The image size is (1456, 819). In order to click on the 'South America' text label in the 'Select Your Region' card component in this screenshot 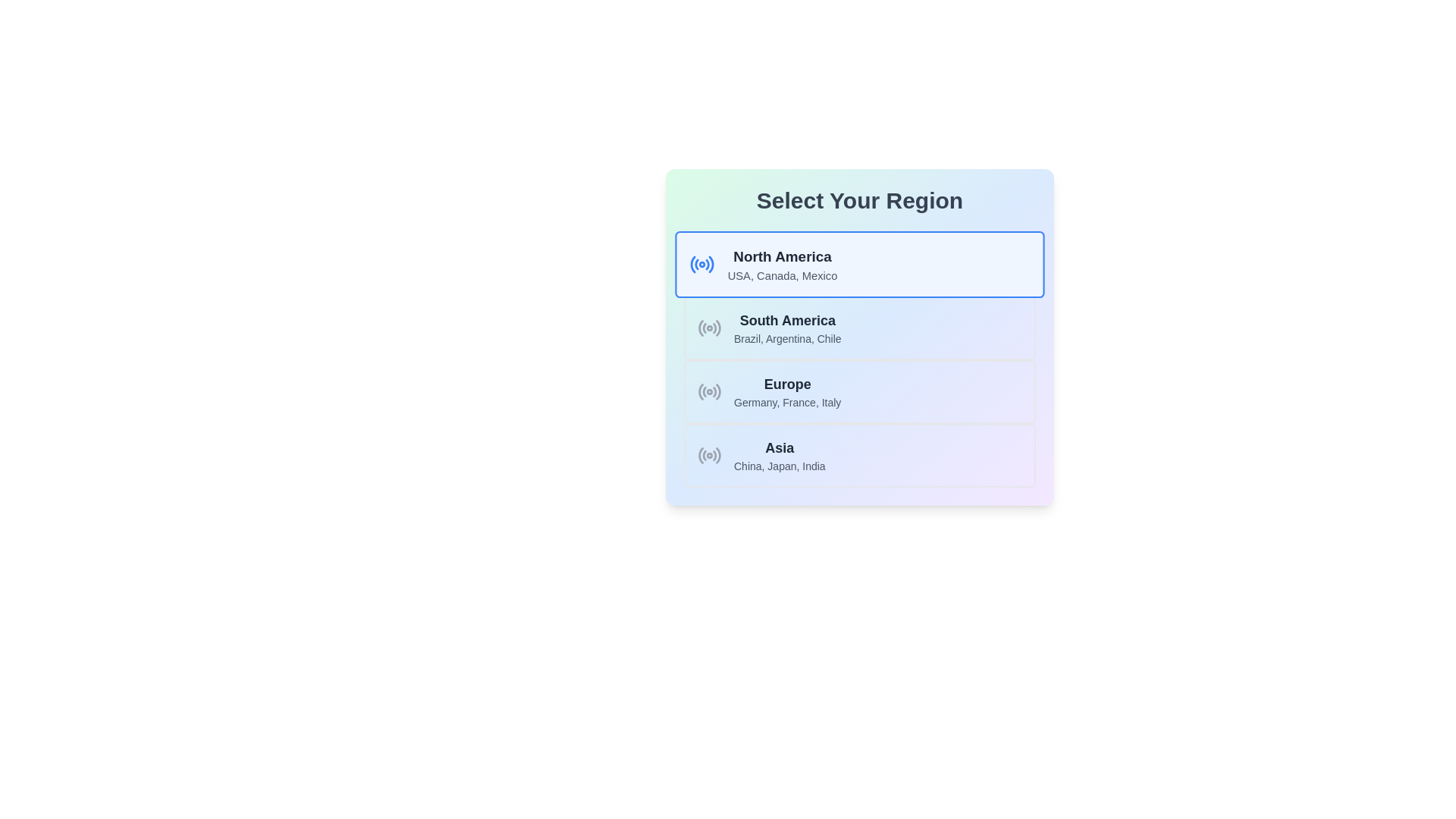, I will do `click(787, 320)`.